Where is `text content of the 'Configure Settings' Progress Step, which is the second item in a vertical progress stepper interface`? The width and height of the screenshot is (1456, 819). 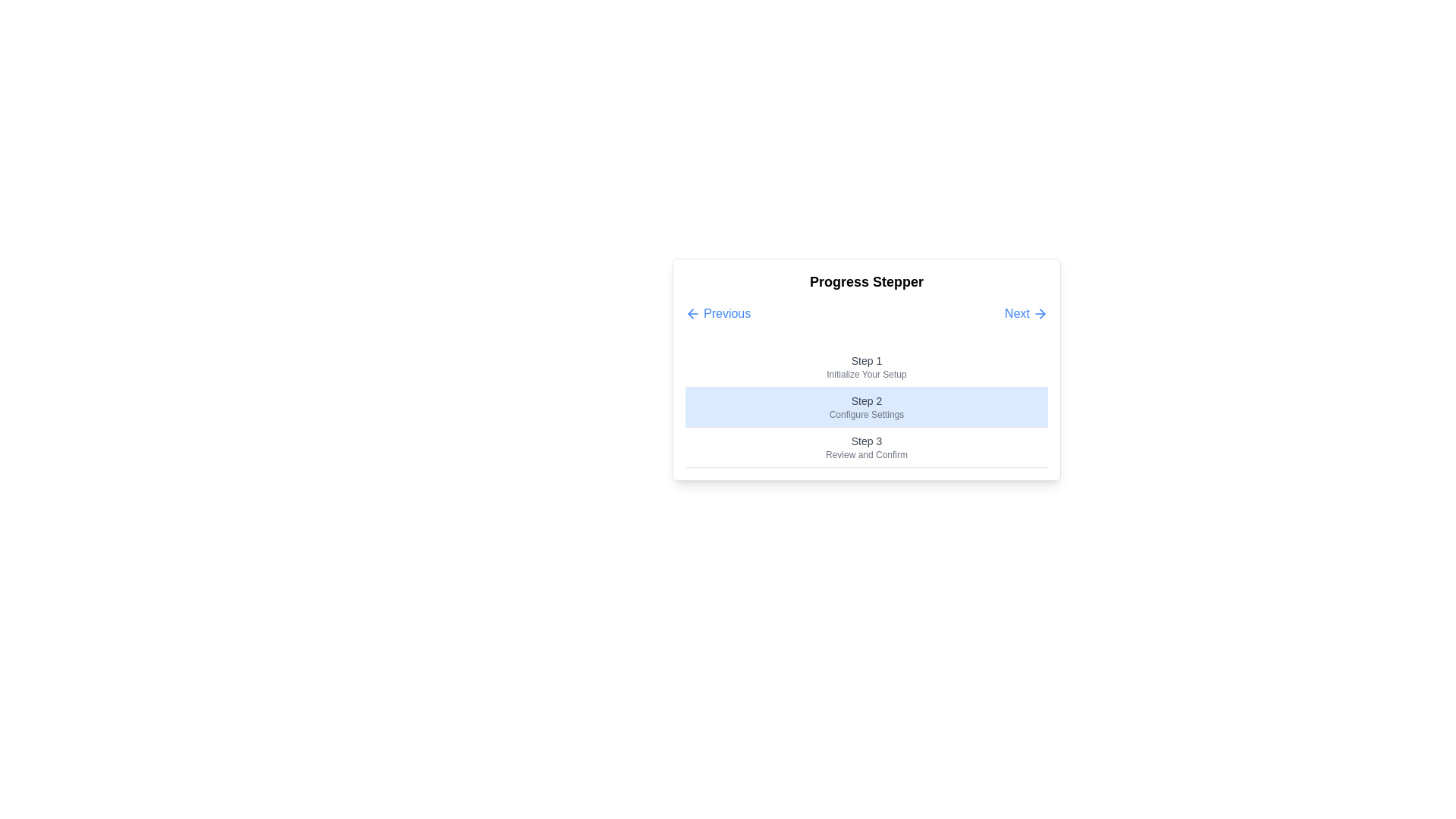 text content of the 'Configure Settings' Progress Step, which is the second item in a vertical progress stepper interface is located at coordinates (866, 406).